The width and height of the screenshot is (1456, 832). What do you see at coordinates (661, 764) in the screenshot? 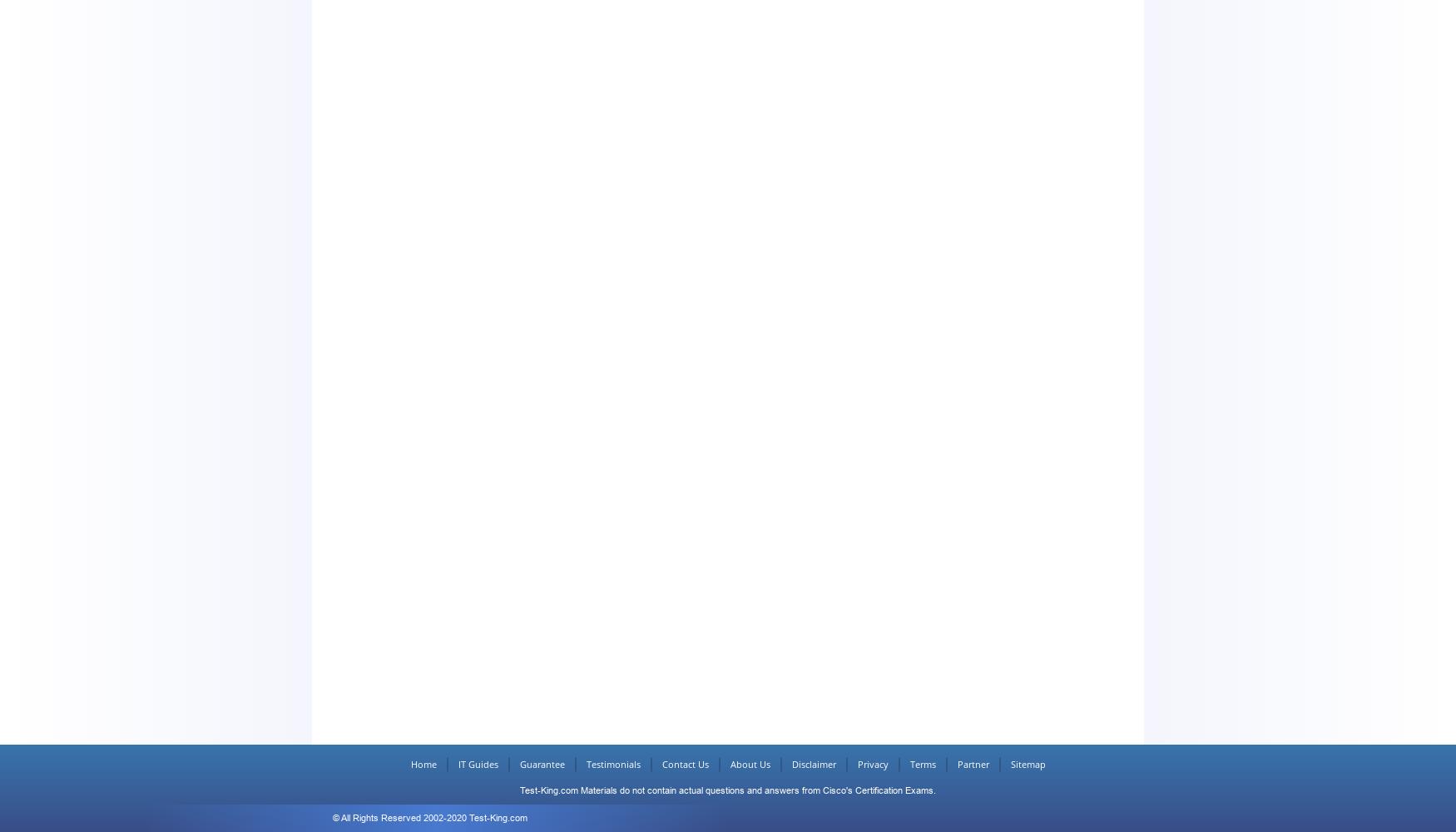
I see `'Contact Us'` at bounding box center [661, 764].